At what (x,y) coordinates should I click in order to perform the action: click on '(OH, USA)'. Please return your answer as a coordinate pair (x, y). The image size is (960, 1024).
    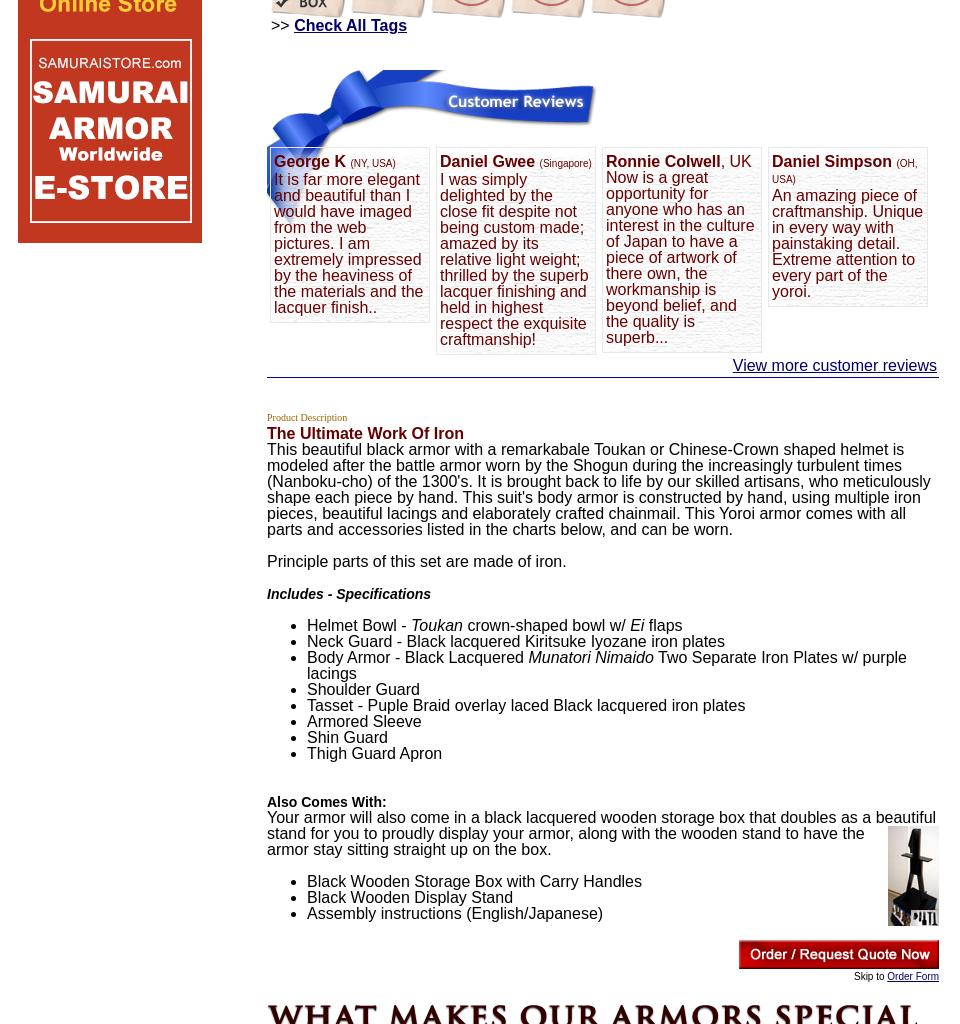
    Looking at the image, I should click on (843, 171).